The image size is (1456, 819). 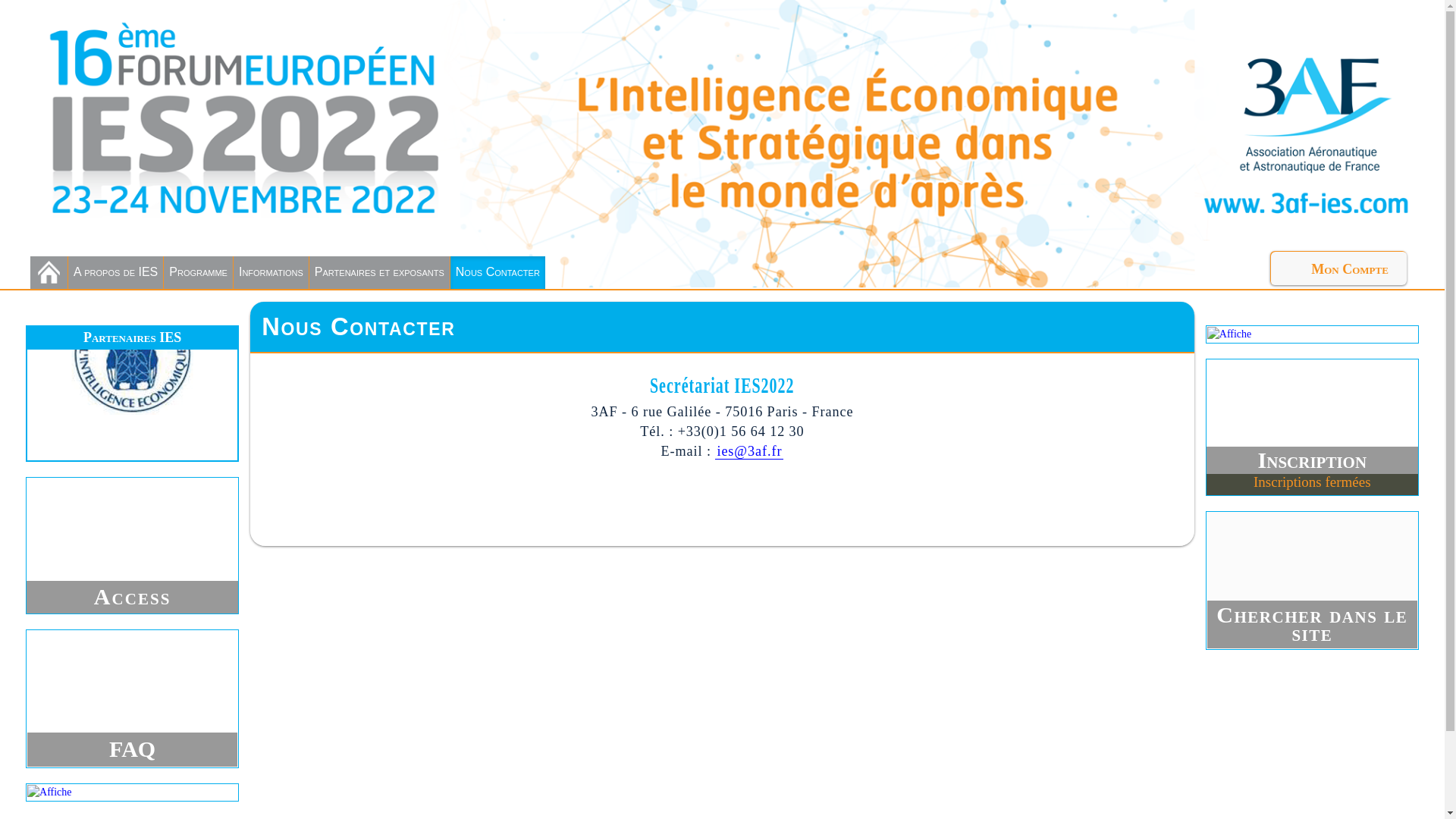 I want to click on 'Mon Compte', so click(x=1270, y=267).